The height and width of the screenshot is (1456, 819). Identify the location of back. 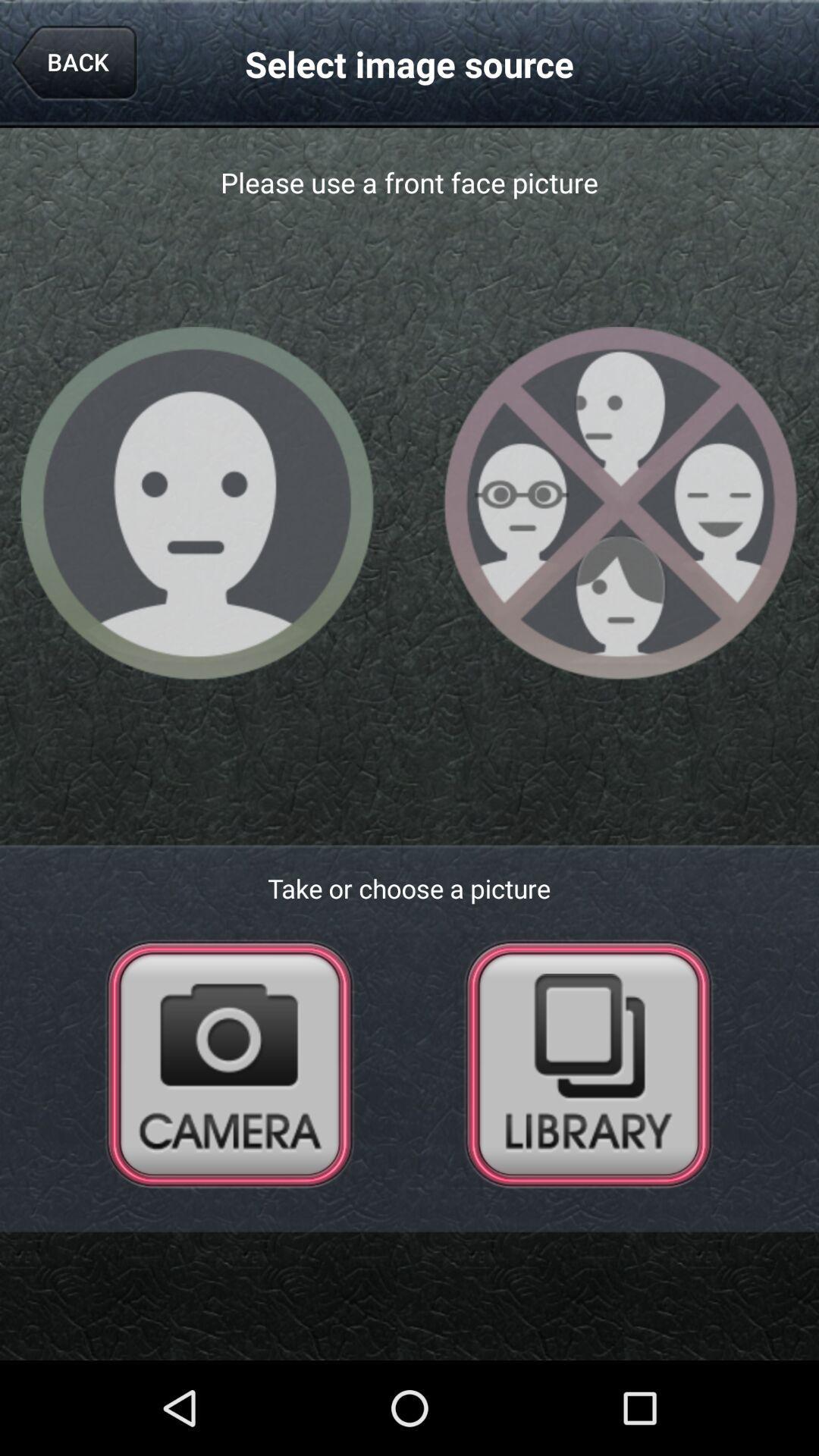
(74, 63).